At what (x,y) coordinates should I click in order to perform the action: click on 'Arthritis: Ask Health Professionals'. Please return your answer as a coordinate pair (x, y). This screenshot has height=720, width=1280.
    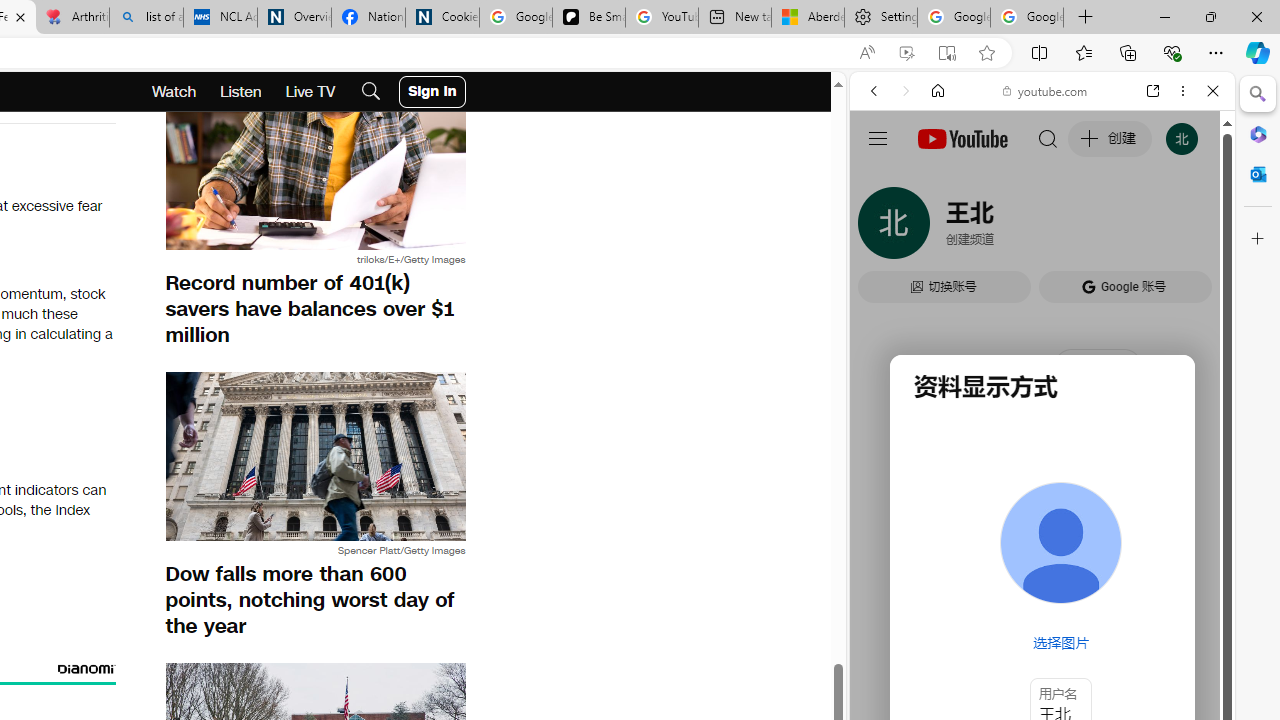
    Looking at the image, I should click on (72, 17).